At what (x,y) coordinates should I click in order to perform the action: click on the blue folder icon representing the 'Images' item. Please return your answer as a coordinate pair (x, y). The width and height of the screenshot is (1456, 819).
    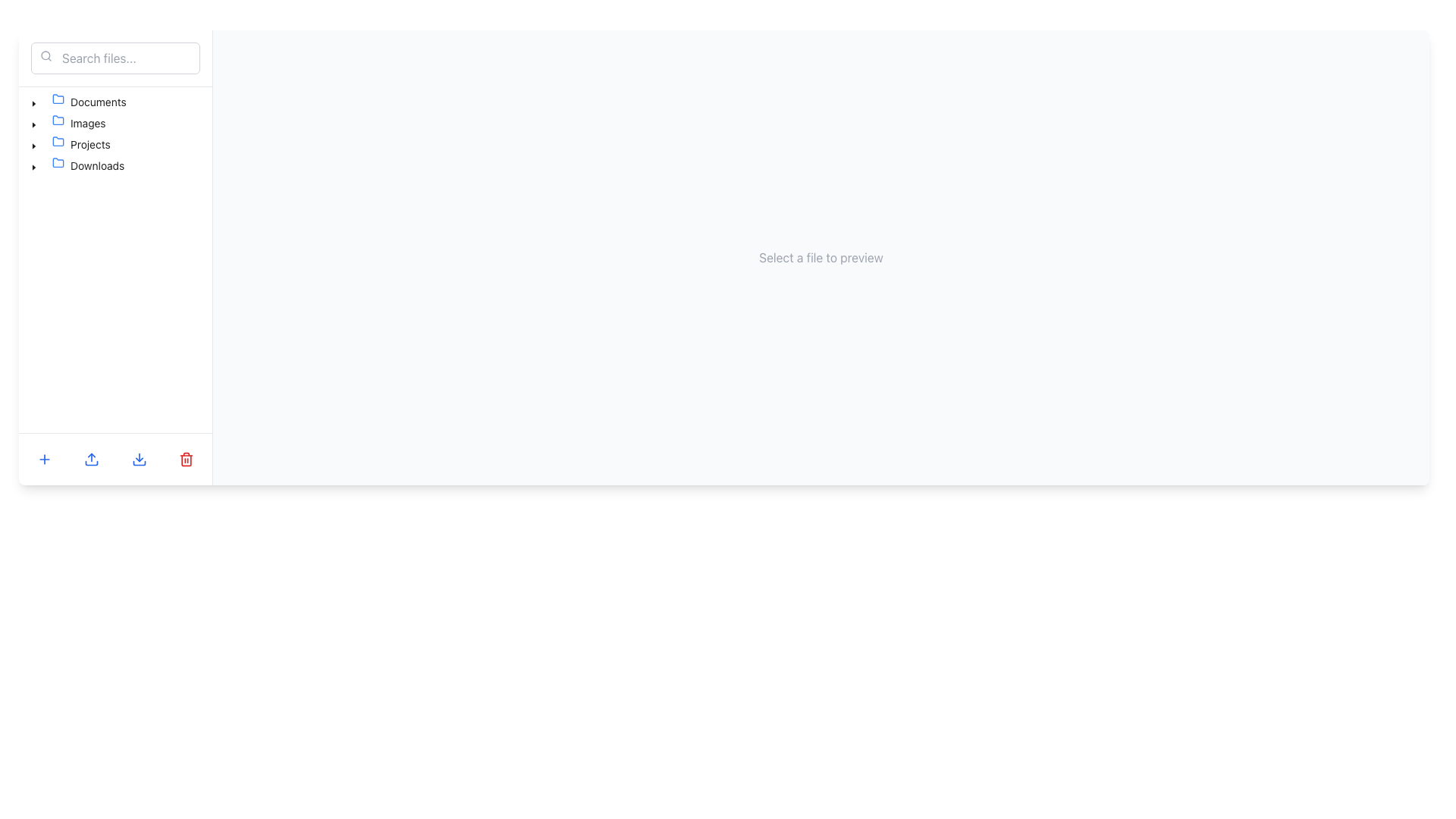
    Looking at the image, I should click on (58, 119).